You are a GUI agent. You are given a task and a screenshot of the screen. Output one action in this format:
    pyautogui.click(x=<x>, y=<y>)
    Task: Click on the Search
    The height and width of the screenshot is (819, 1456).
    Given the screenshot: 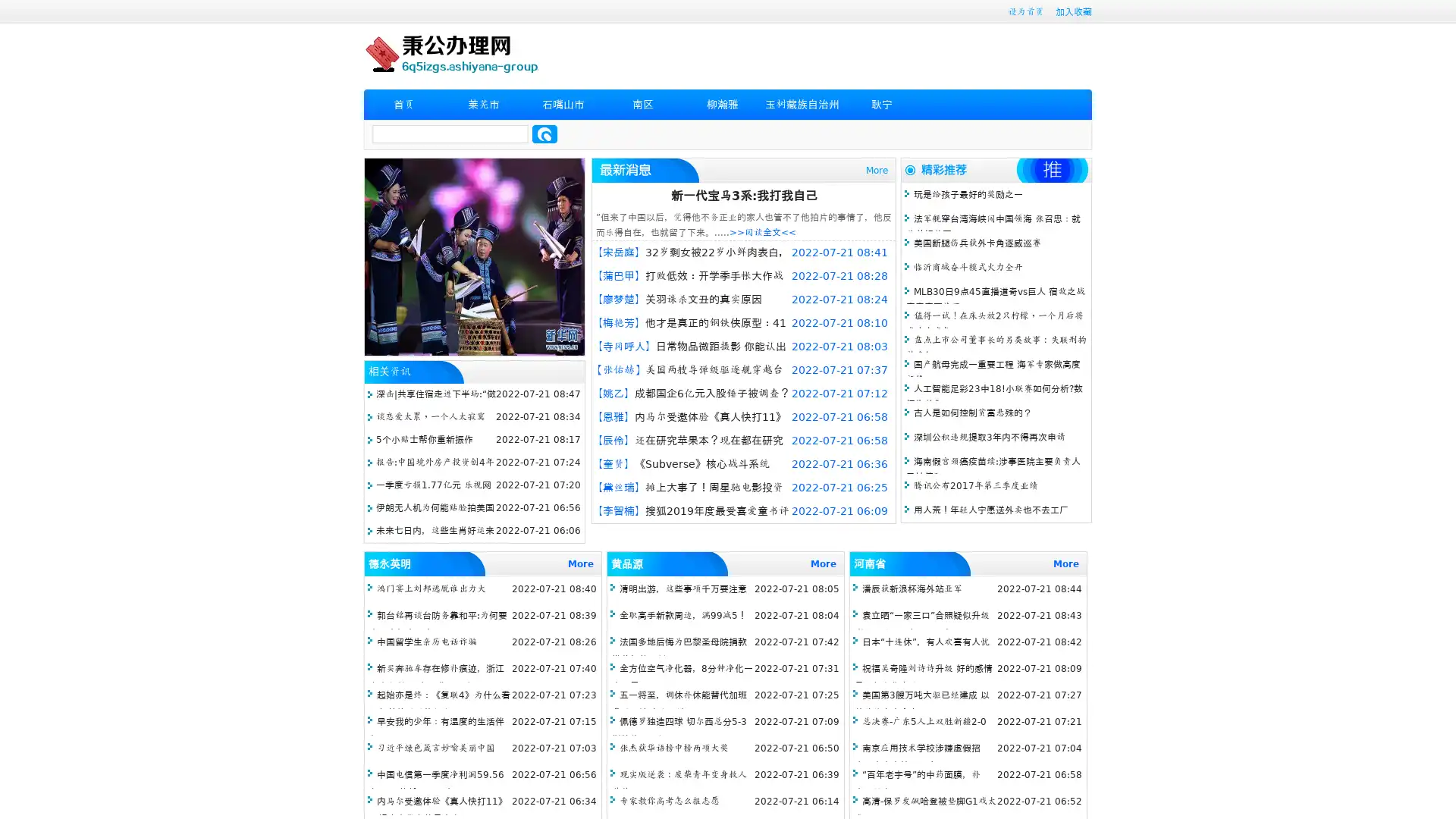 What is the action you would take?
    pyautogui.click(x=544, y=133)
    